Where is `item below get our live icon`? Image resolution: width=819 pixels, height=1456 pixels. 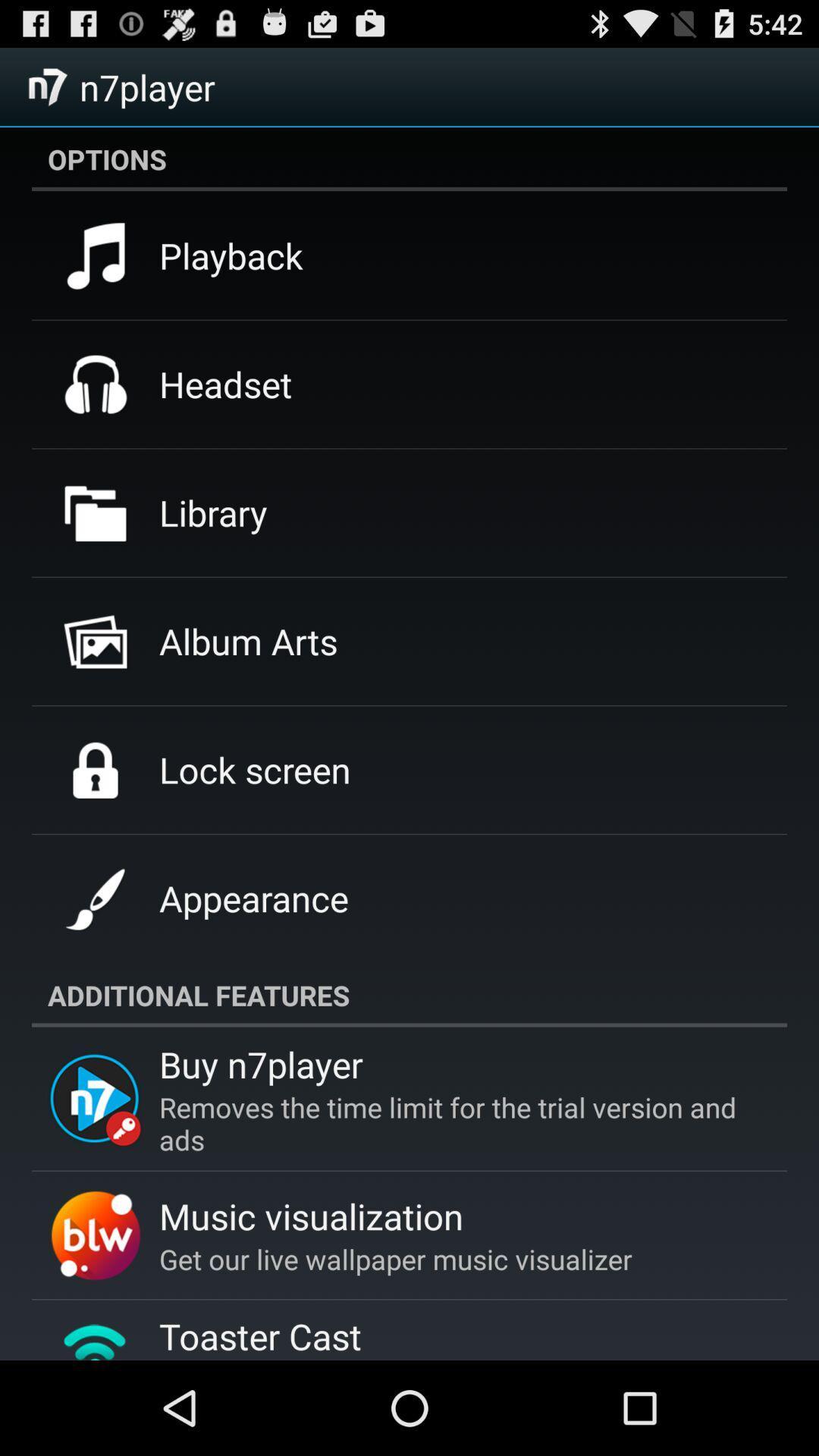 item below get our live icon is located at coordinates (259, 1336).